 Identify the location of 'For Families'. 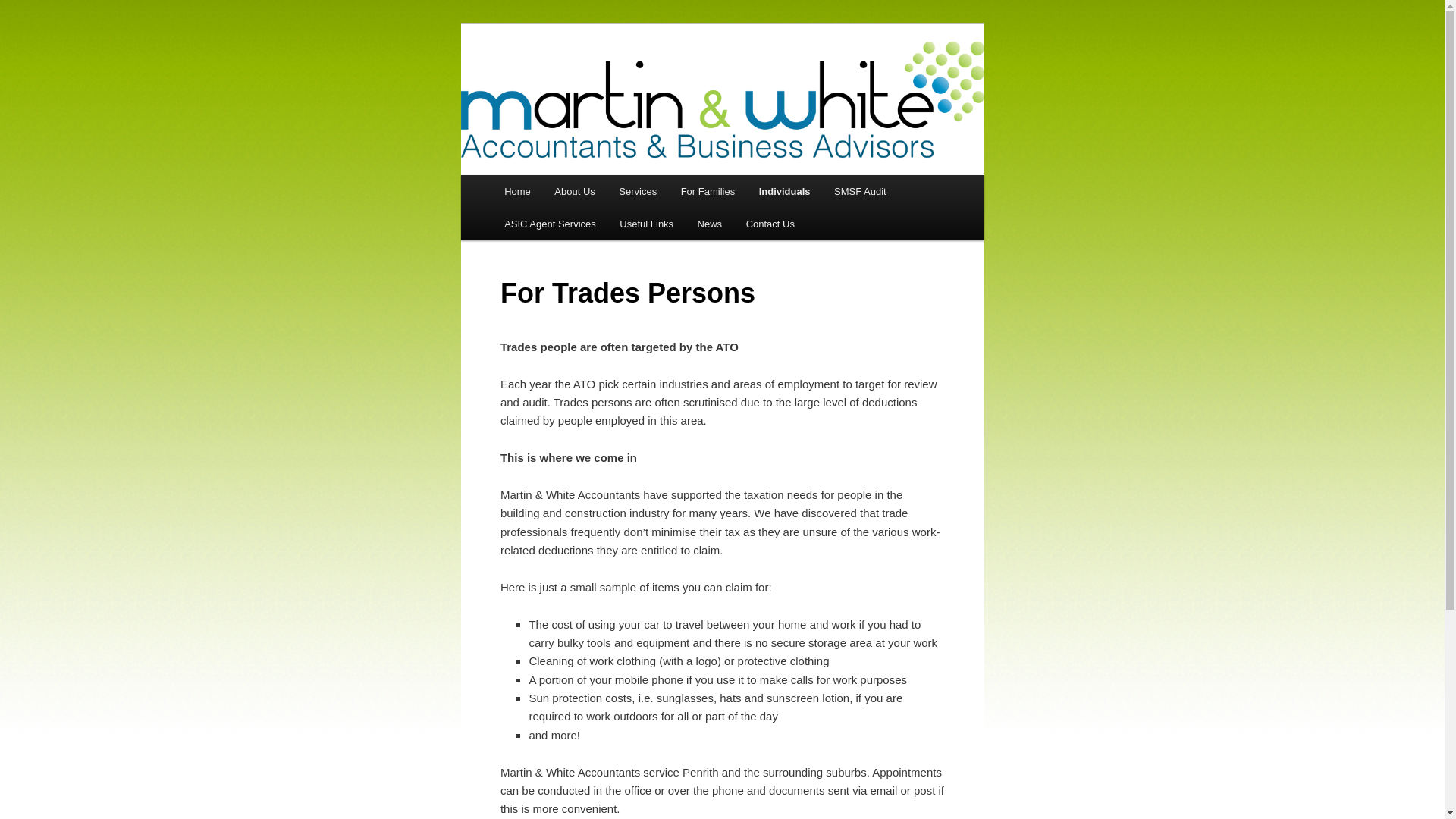
(707, 190).